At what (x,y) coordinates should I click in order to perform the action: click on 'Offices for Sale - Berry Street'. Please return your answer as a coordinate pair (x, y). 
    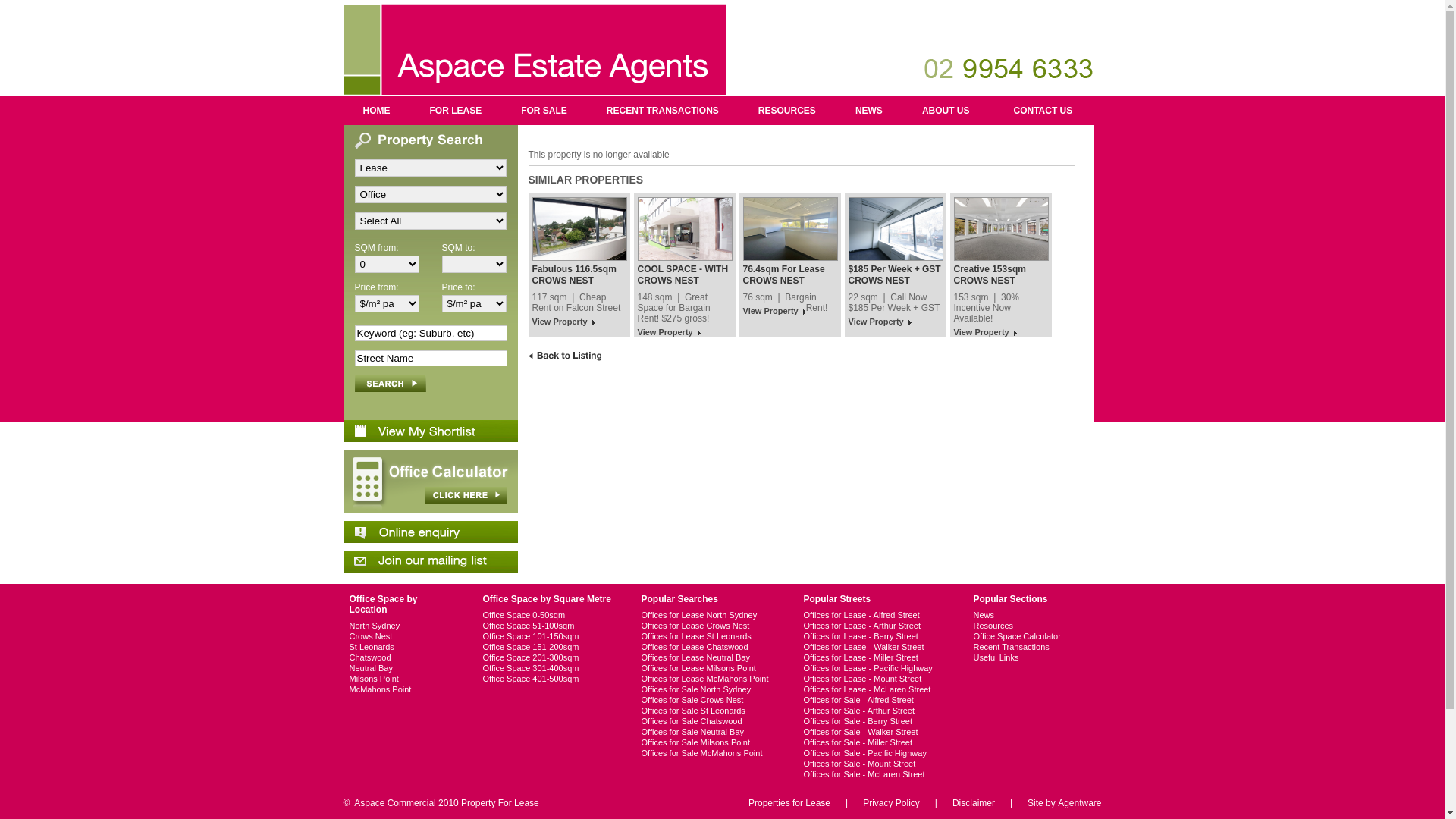
    Looking at the image, I should click on (876, 720).